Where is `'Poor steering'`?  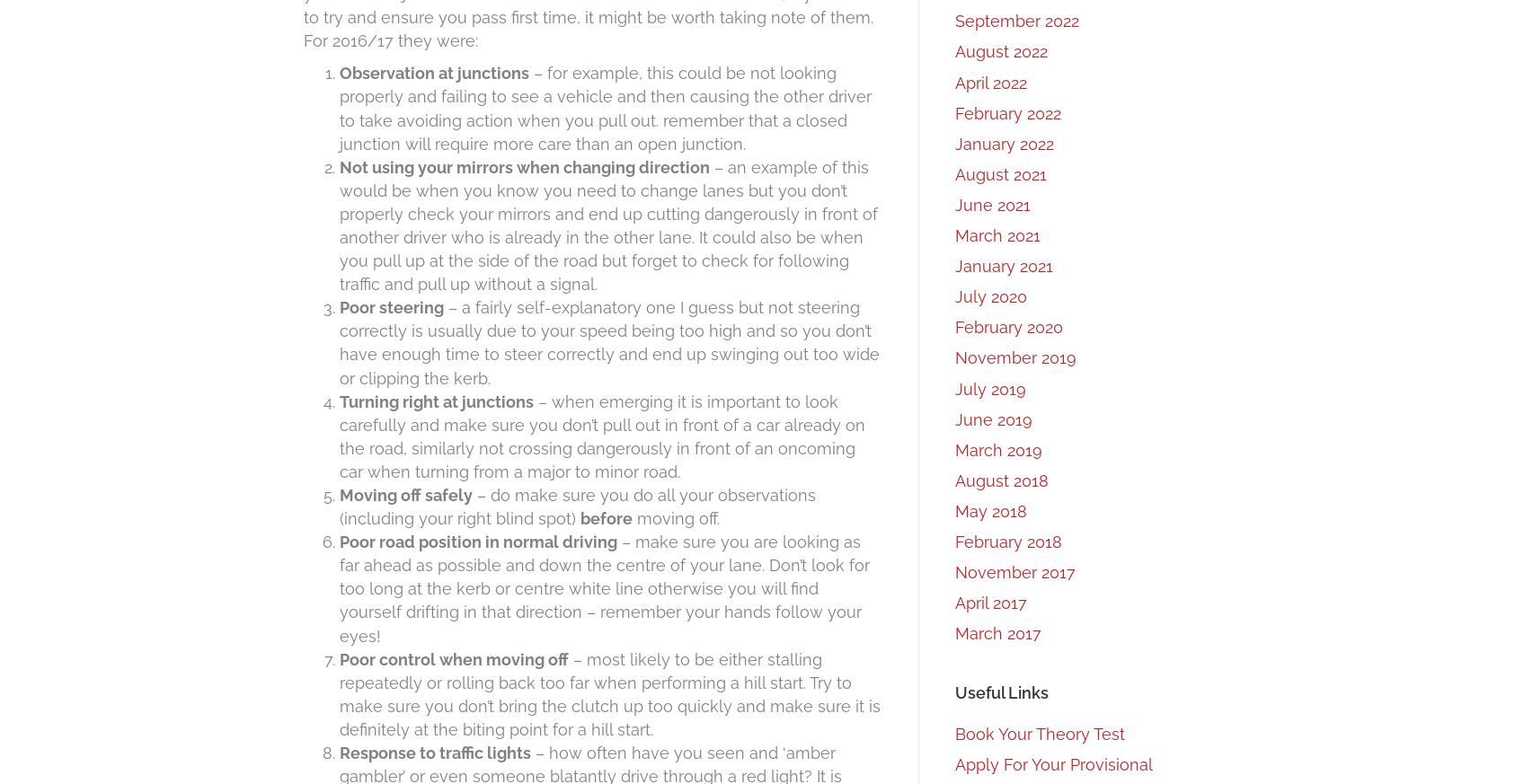
'Poor steering' is located at coordinates (392, 307).